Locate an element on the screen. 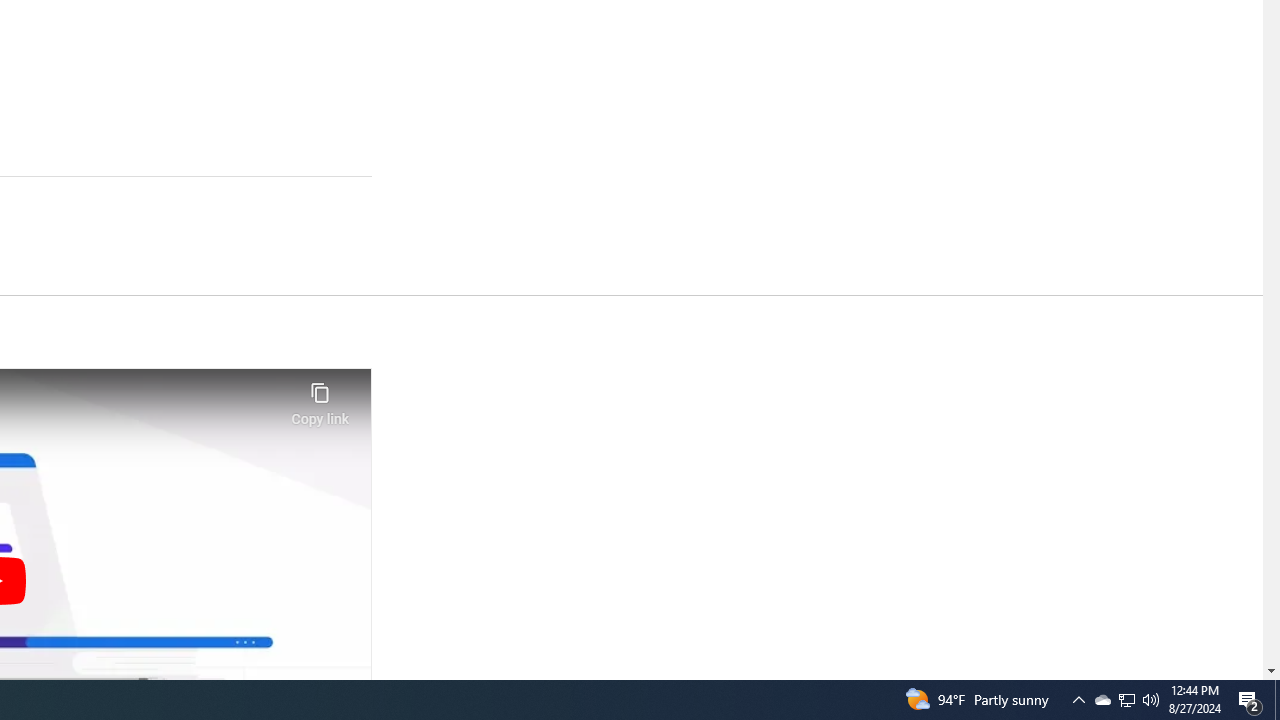 Image resolution: width=1280 pixels, height=720 pixels. 'Copy link' is located at coordinates (320, 398).